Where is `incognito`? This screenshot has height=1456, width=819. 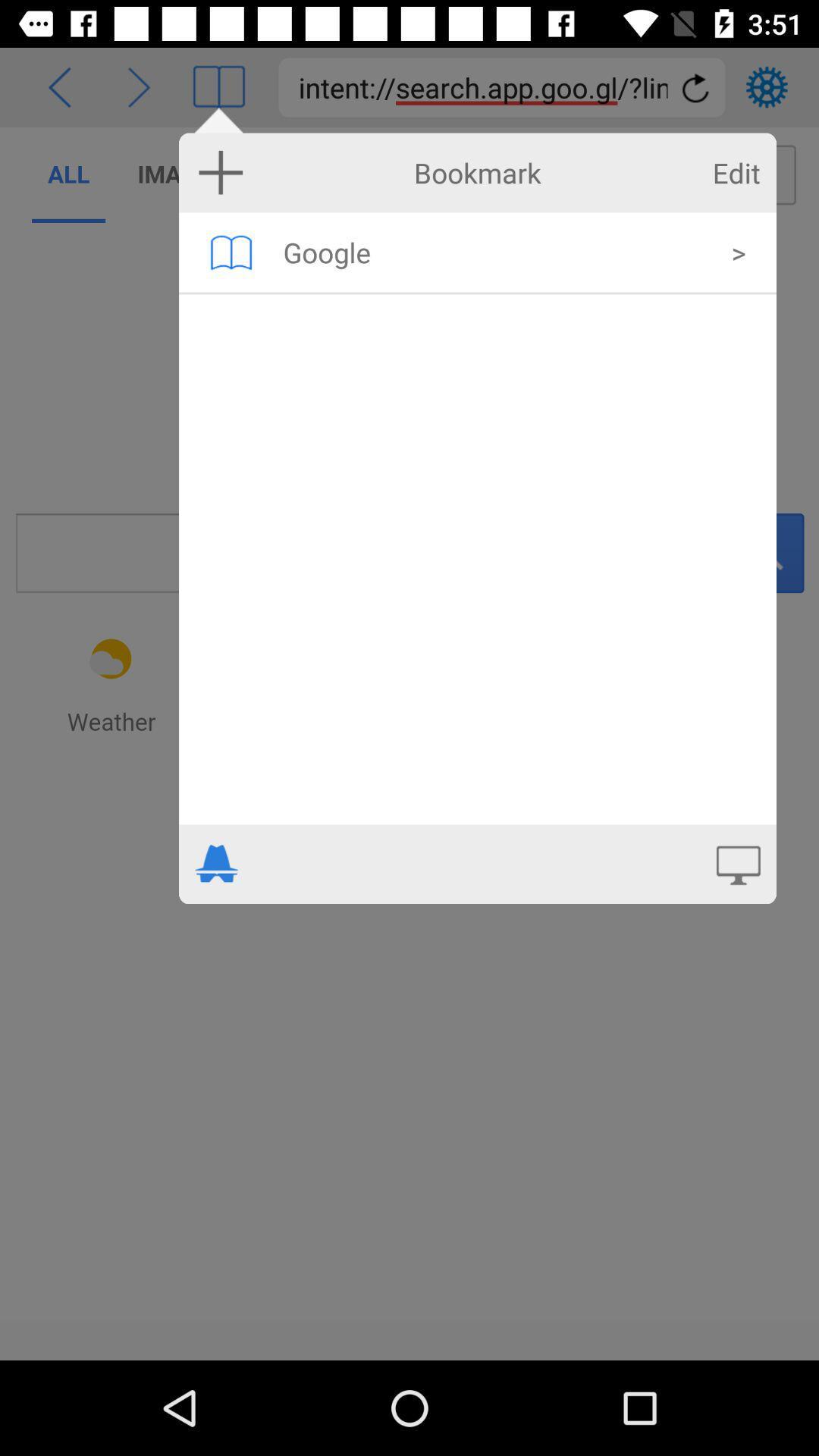
incognito is located at coordinates (217, 864).